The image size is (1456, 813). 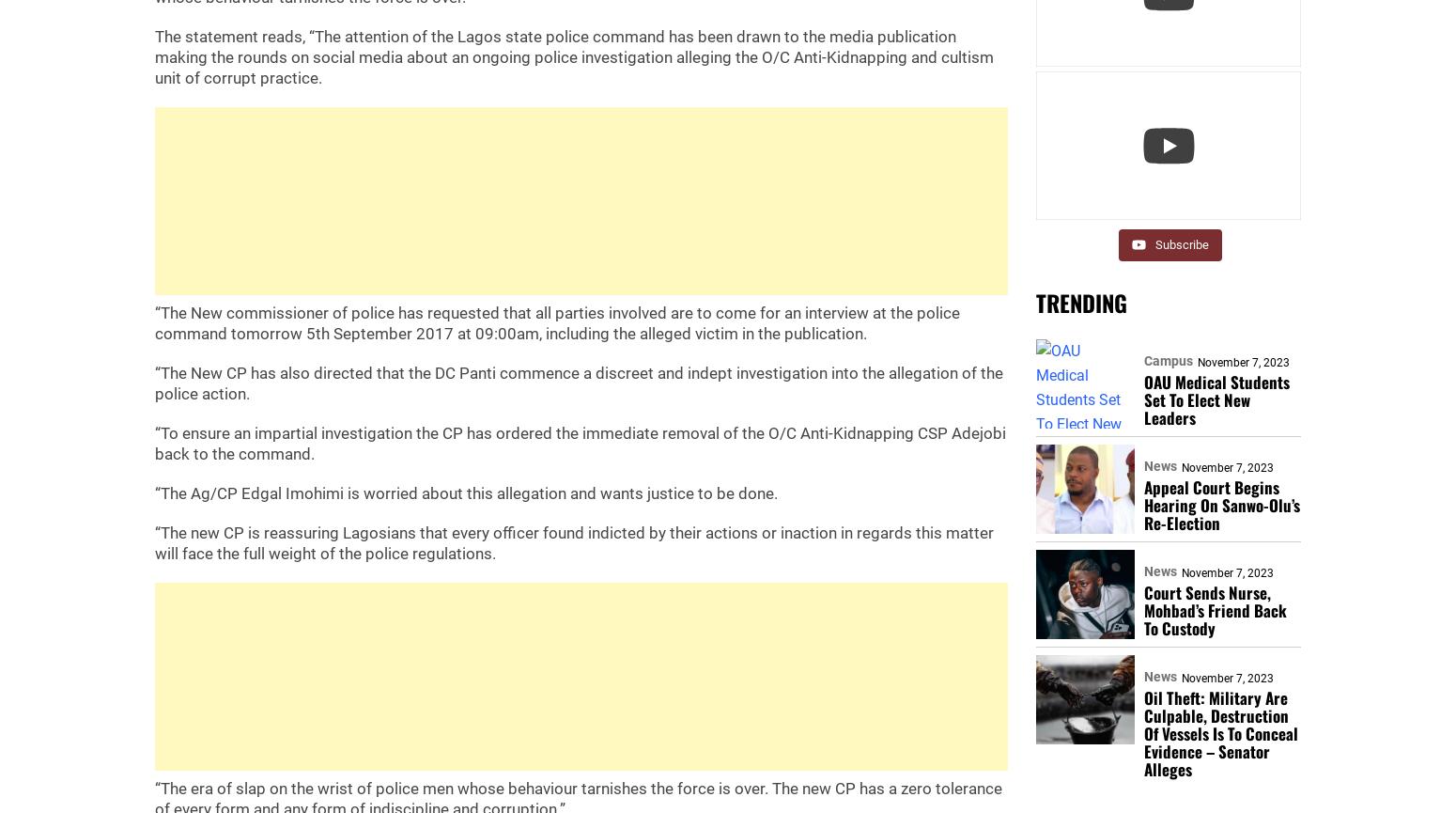 I want to click on '“The New CP has also directed that the DC Panti commence a discreet and indept investigation into the allegation of the police action.', so click(x=579, y=383).